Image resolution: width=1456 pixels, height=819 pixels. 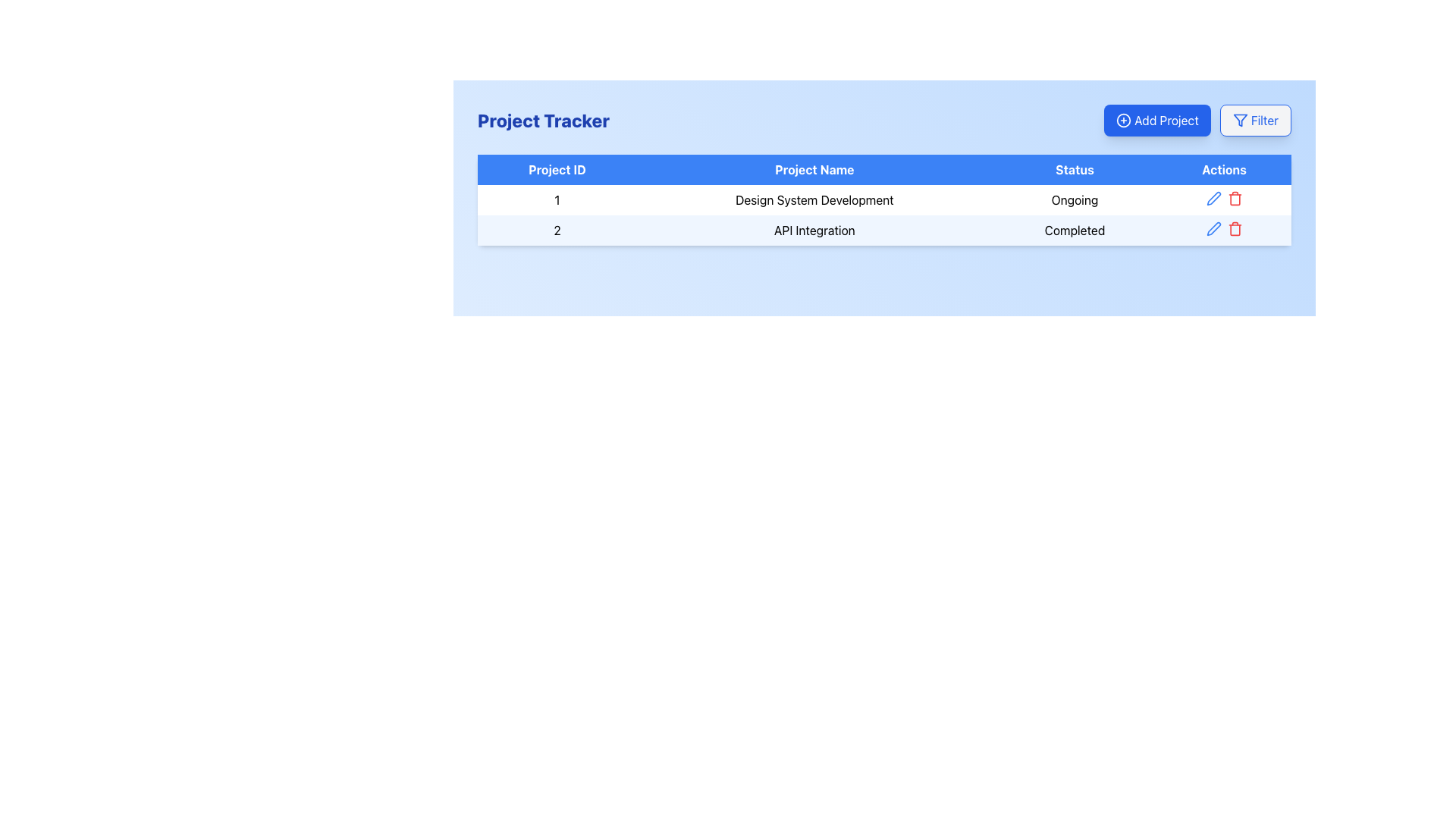 What do you see at coordinates (1074, 169) in the screenshot?
I see `the 'Status' text label in the table header, which is part of a blue rectangular background and displays the word 'Status' in white font` at bounding box center [1074, 169].